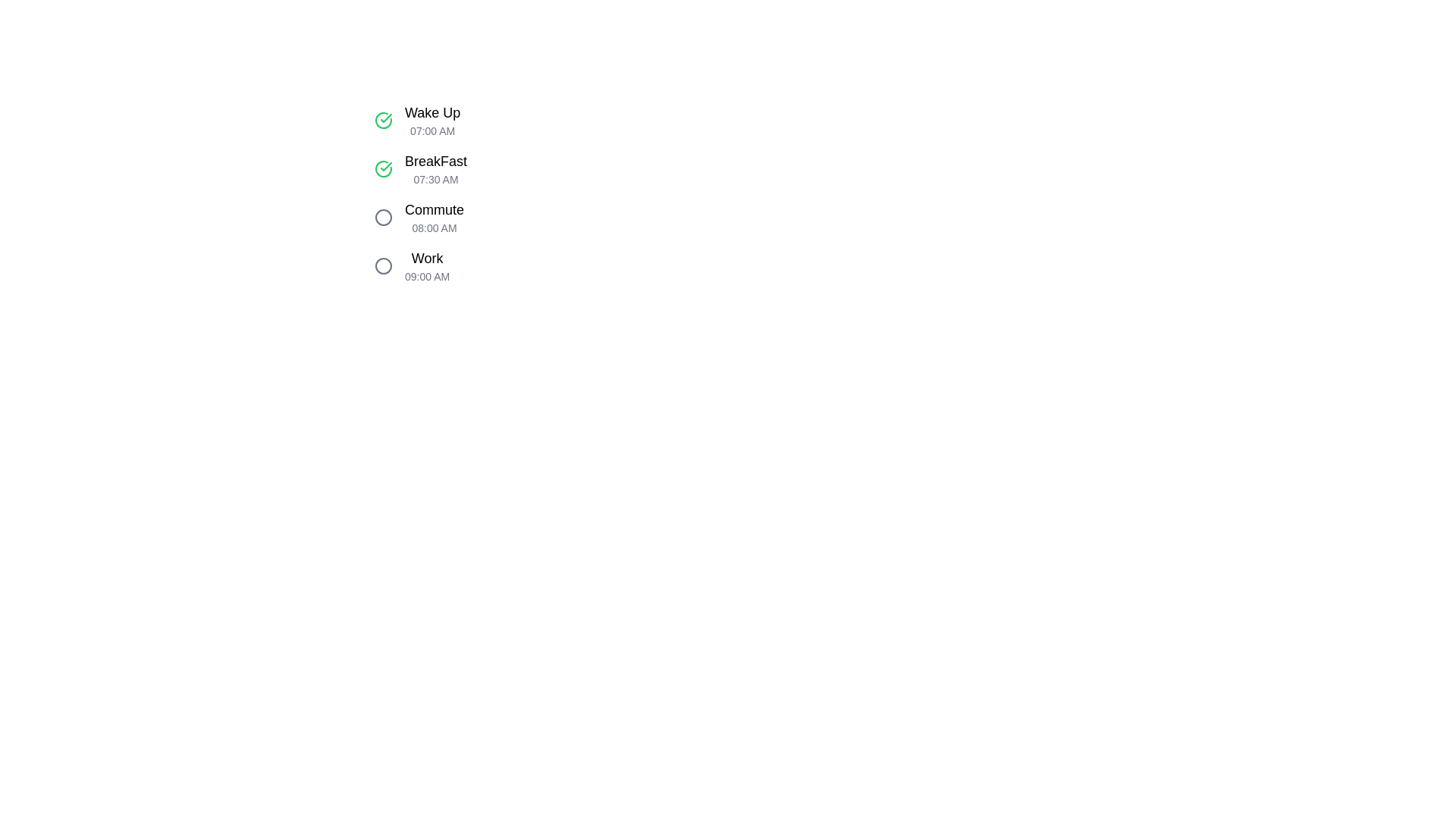  What do you see at coordinates (426, 257) in the screenshot?
I see `the Text label that displays the description for the 'Work' task scheduled at '09:00 AM', located near the bottom of a vertical list` at bounding box center [426, 257].